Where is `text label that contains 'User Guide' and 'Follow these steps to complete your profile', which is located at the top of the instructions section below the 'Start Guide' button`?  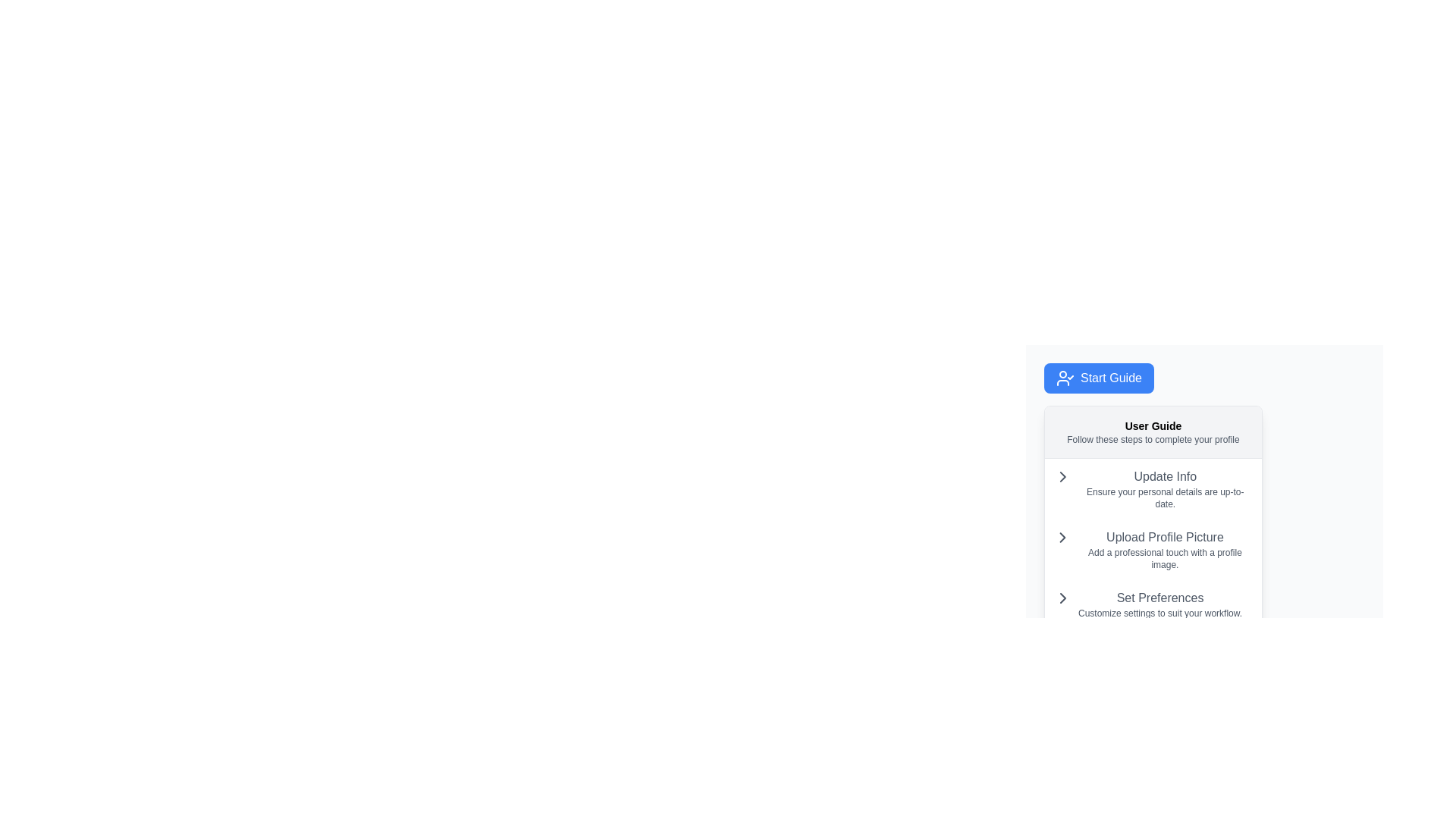 text label that contains 'User Guide' and 'Follow these steps to complete your profile', which is located at the top of the instructions section below the 'Start Guide' button is located at coordinates (1153, 432).